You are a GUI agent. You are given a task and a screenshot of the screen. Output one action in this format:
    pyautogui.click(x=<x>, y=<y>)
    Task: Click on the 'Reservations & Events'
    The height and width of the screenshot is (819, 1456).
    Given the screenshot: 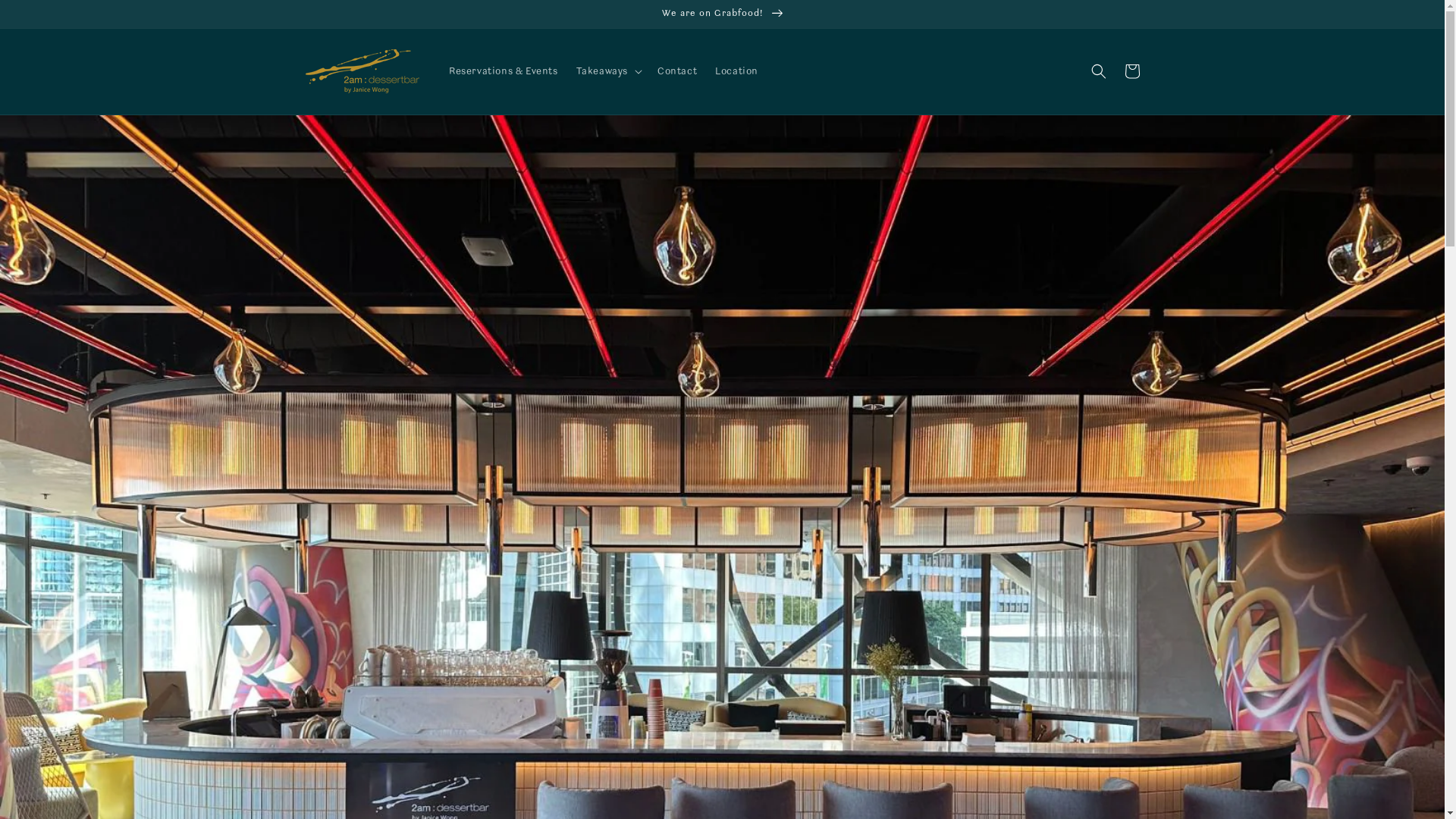 What is the action you would take?
    pyautogui.click(x=503, y=71)
    